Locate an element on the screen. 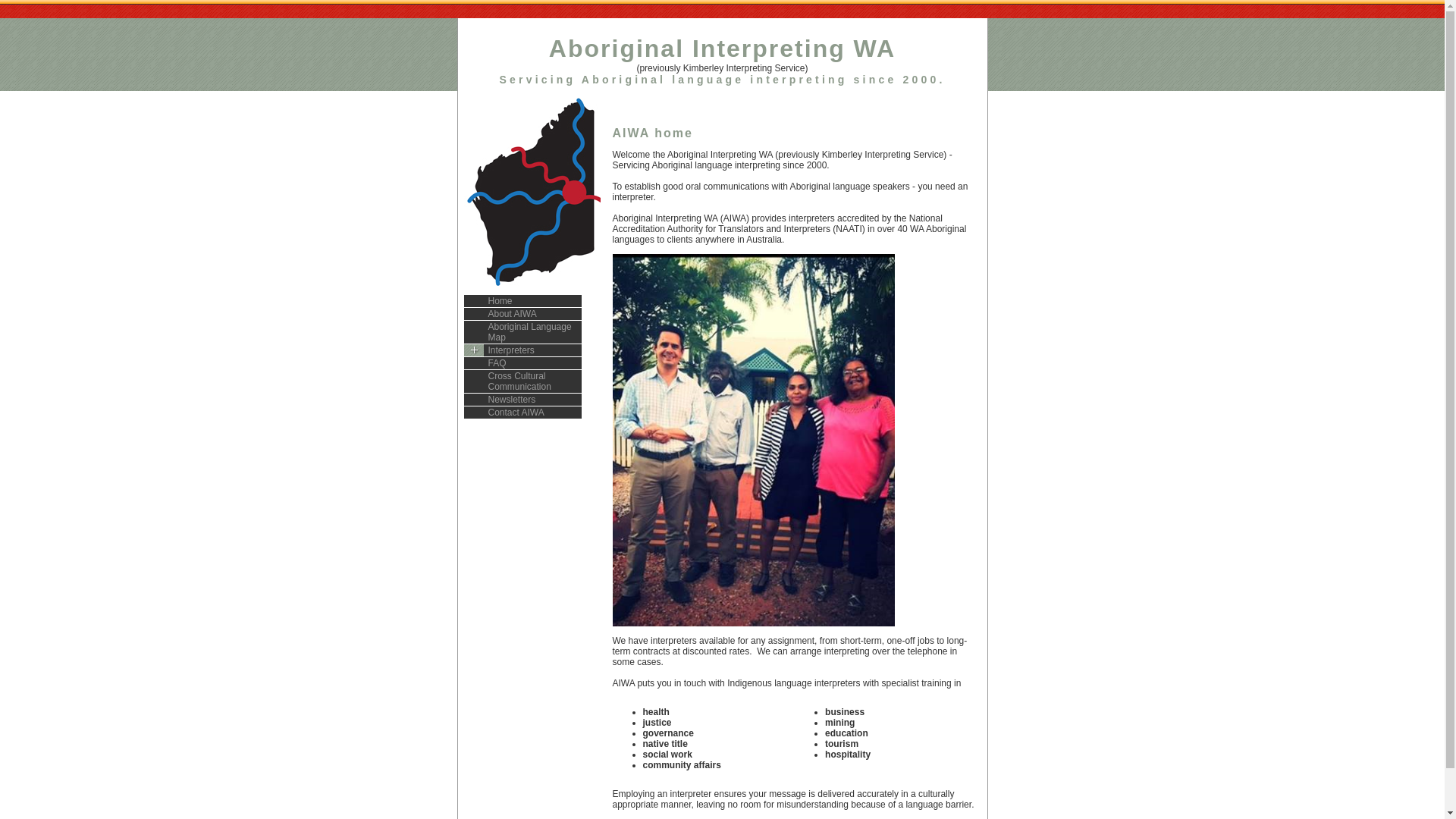  'Aboriginal Language Map' is located at coordinates (522, 331).